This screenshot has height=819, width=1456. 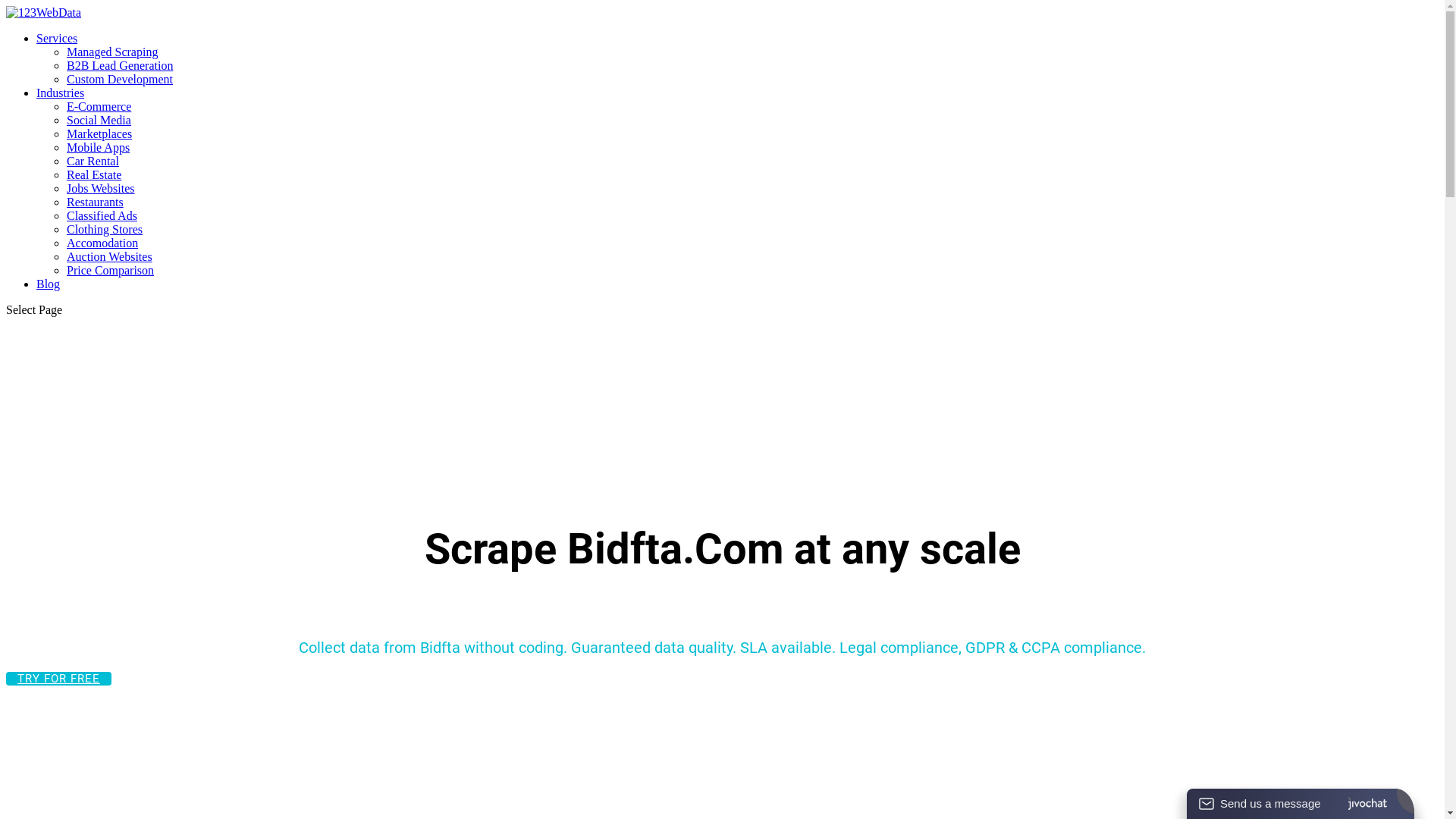 I want to click on 'Jobs Websites', so click(x=100, y=187).